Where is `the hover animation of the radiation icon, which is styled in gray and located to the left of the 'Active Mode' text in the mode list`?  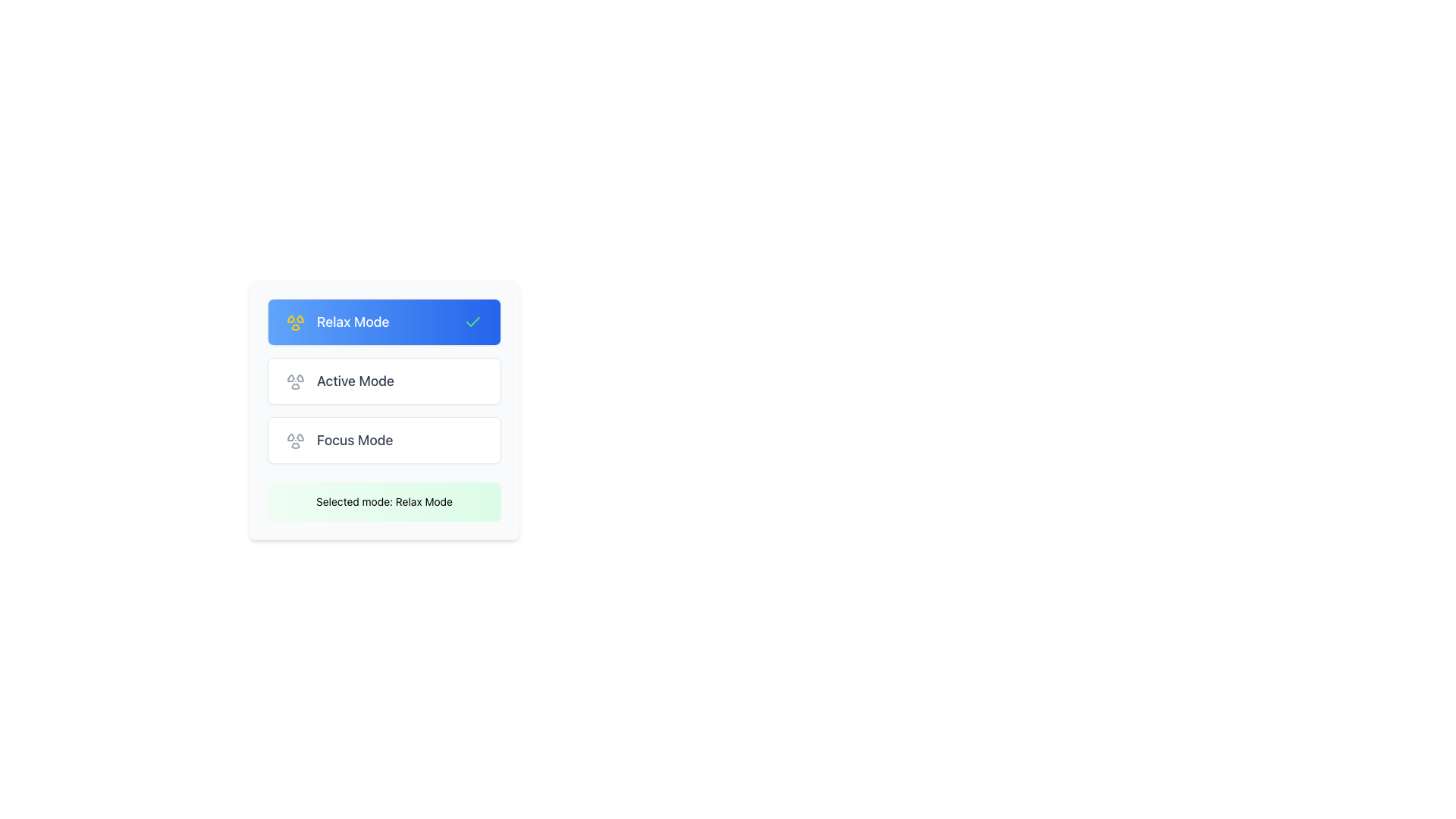 the hover animation of the radiation icon, which is styled in gray and located to the left of the 'Active Mode' text in the mode list is located at coordinates (295, 380).